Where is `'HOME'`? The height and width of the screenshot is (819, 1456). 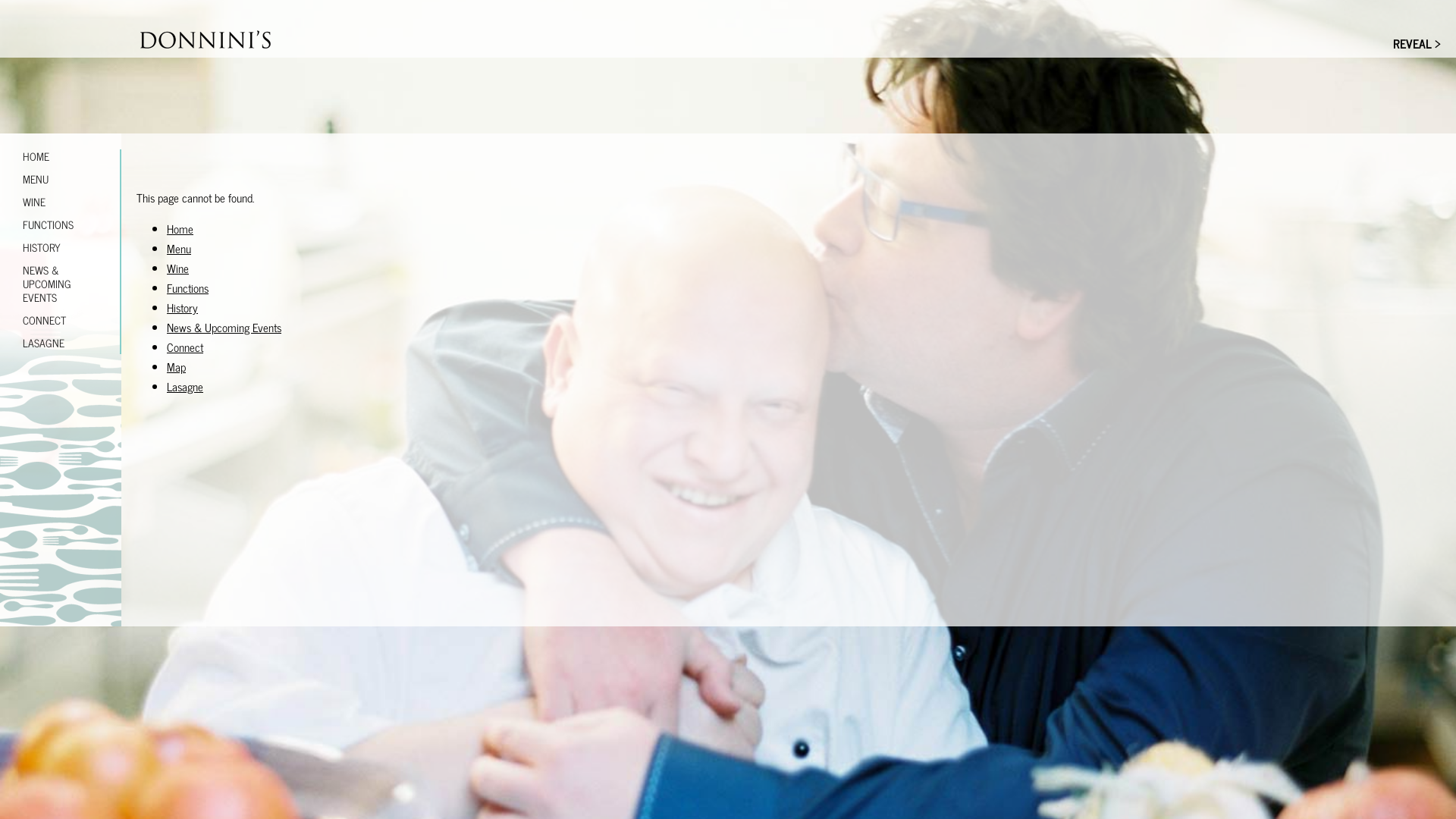
'HOME' is located at coordinates (61, 155).